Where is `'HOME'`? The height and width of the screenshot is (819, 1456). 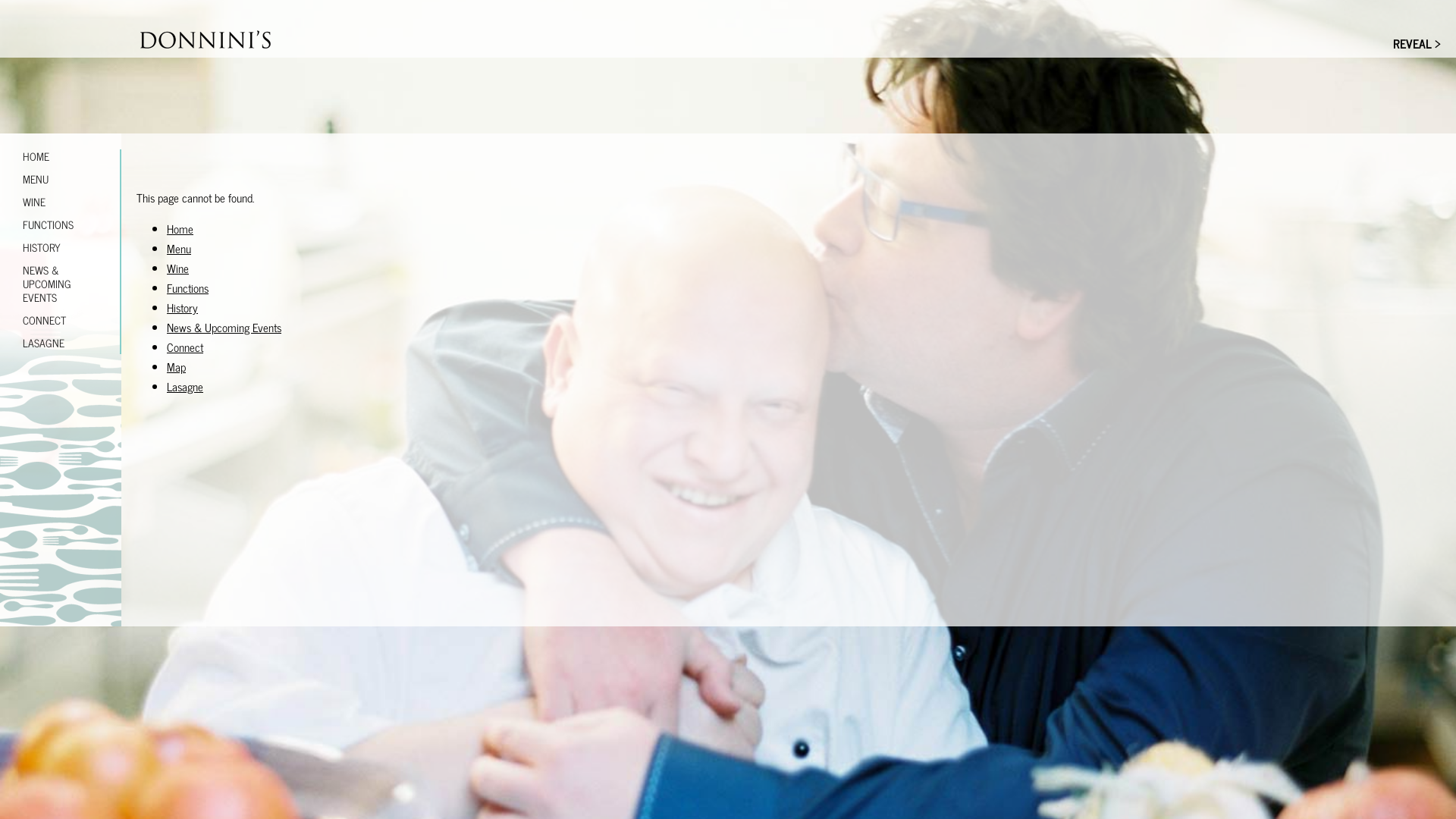
'HOME' is located at coordinates (61, 155).